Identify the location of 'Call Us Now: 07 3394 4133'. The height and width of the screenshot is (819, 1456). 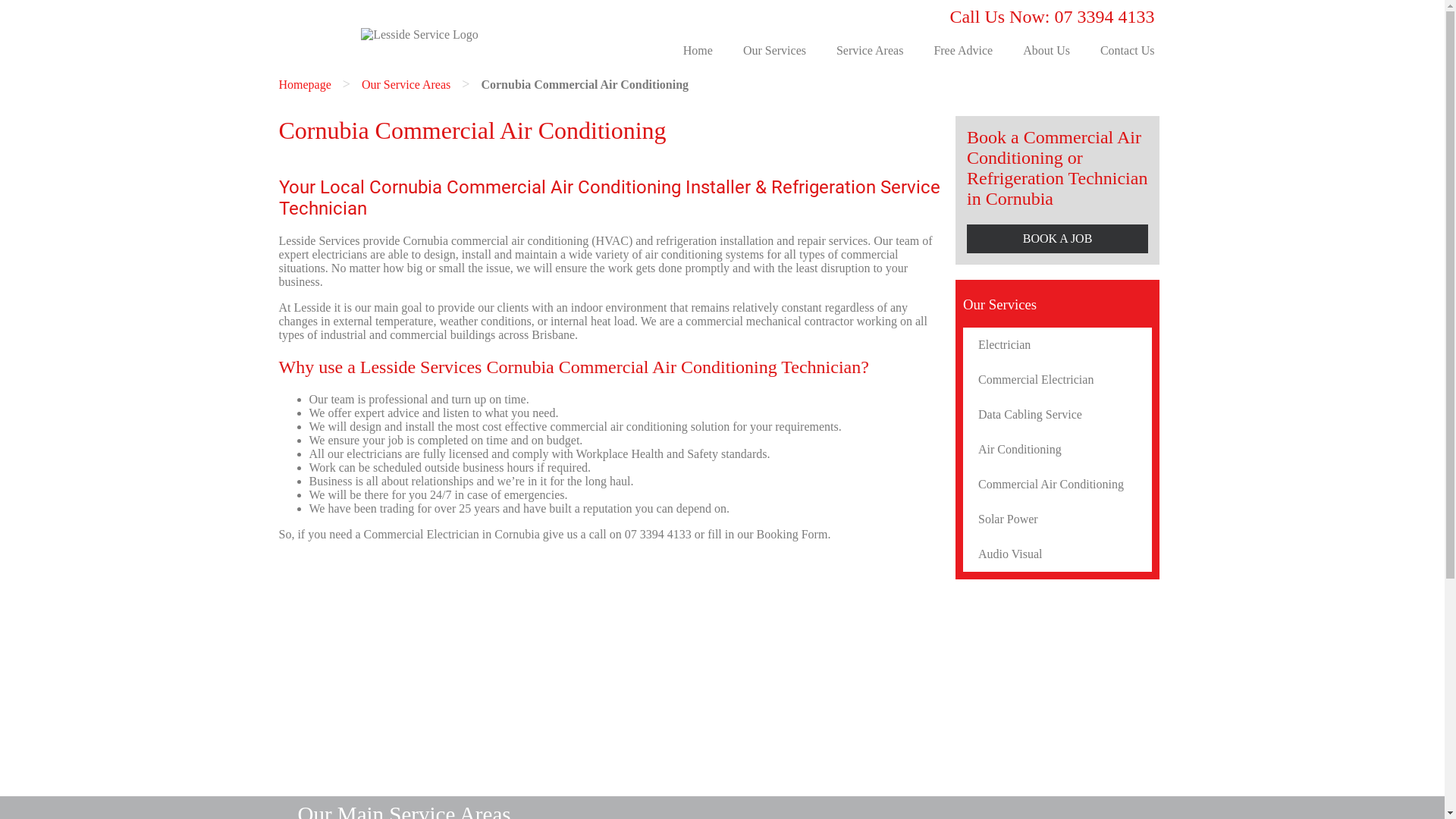
(1051, 17).